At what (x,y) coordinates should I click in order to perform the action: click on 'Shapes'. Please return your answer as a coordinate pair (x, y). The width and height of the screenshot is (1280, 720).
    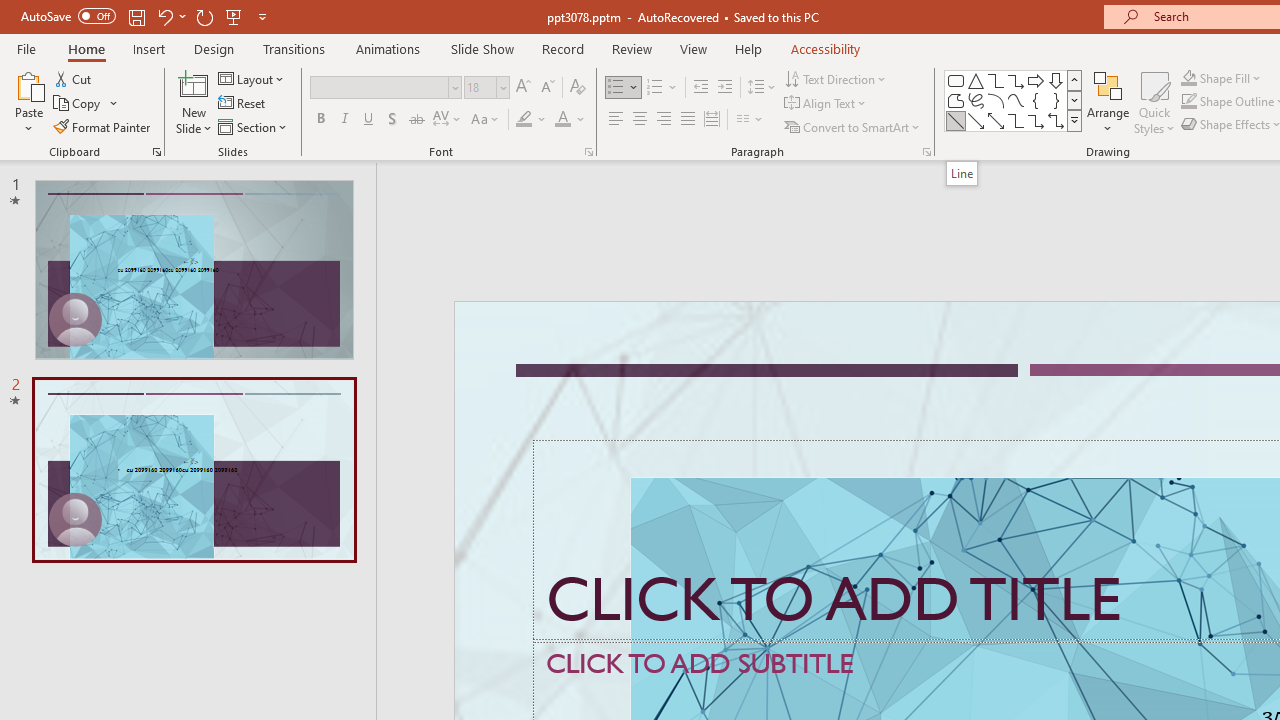
    Looking at the image, I should click on (1073, 120).